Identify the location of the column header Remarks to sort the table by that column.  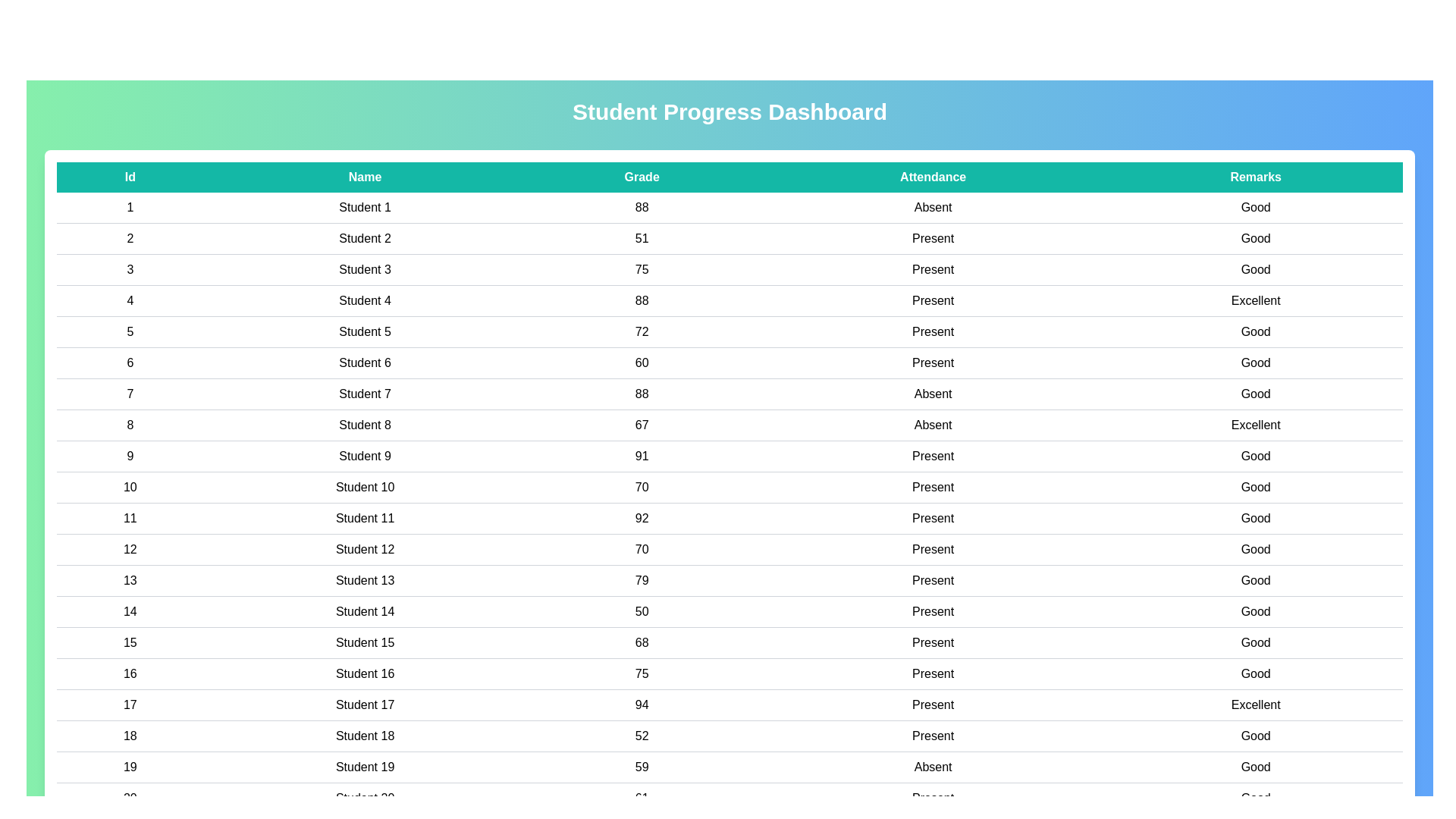
(1256, 177).